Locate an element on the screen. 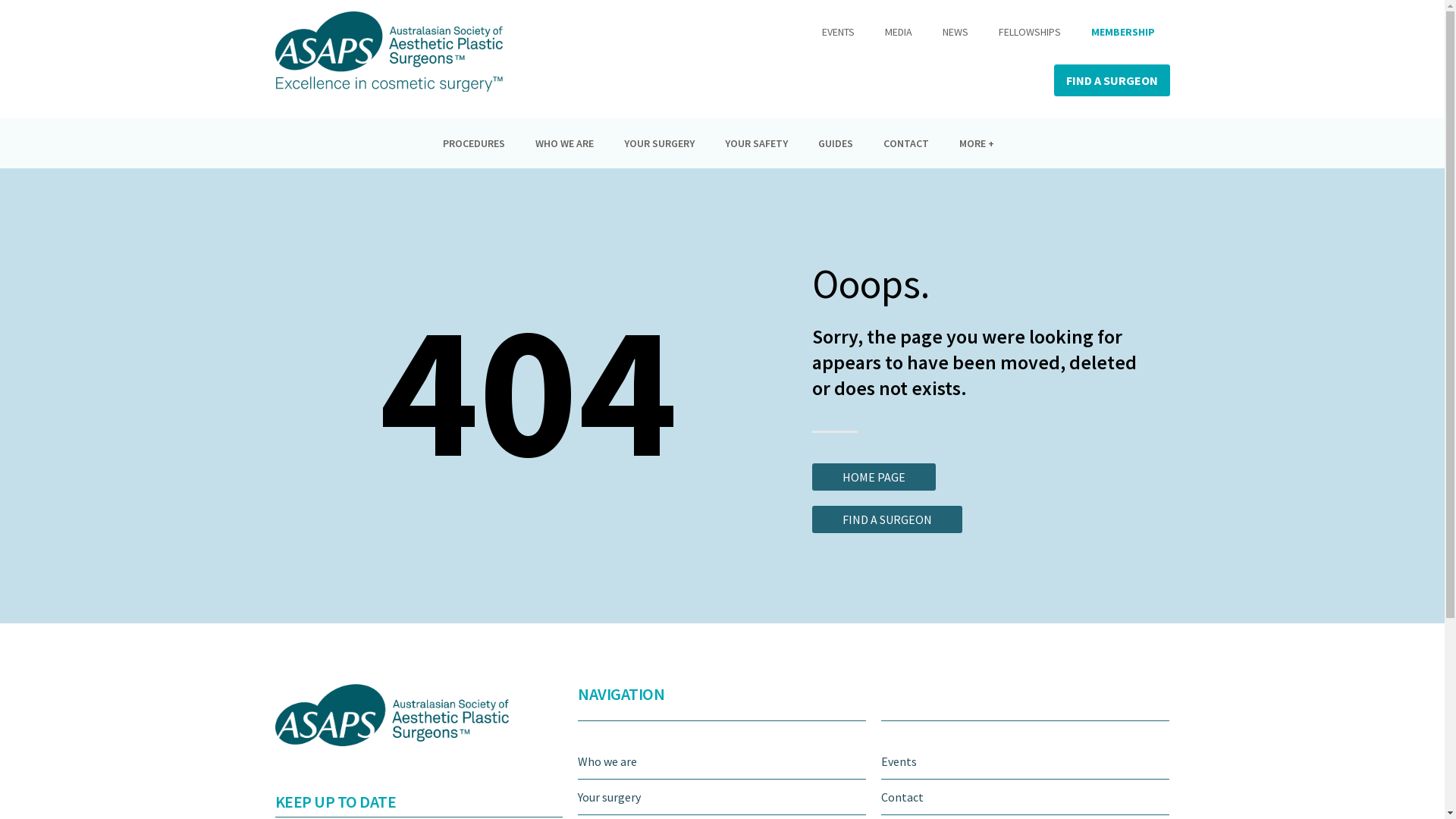 This screenshot has height=819, width=1456. 'Your surgery' is located at coordinates (720, 796).